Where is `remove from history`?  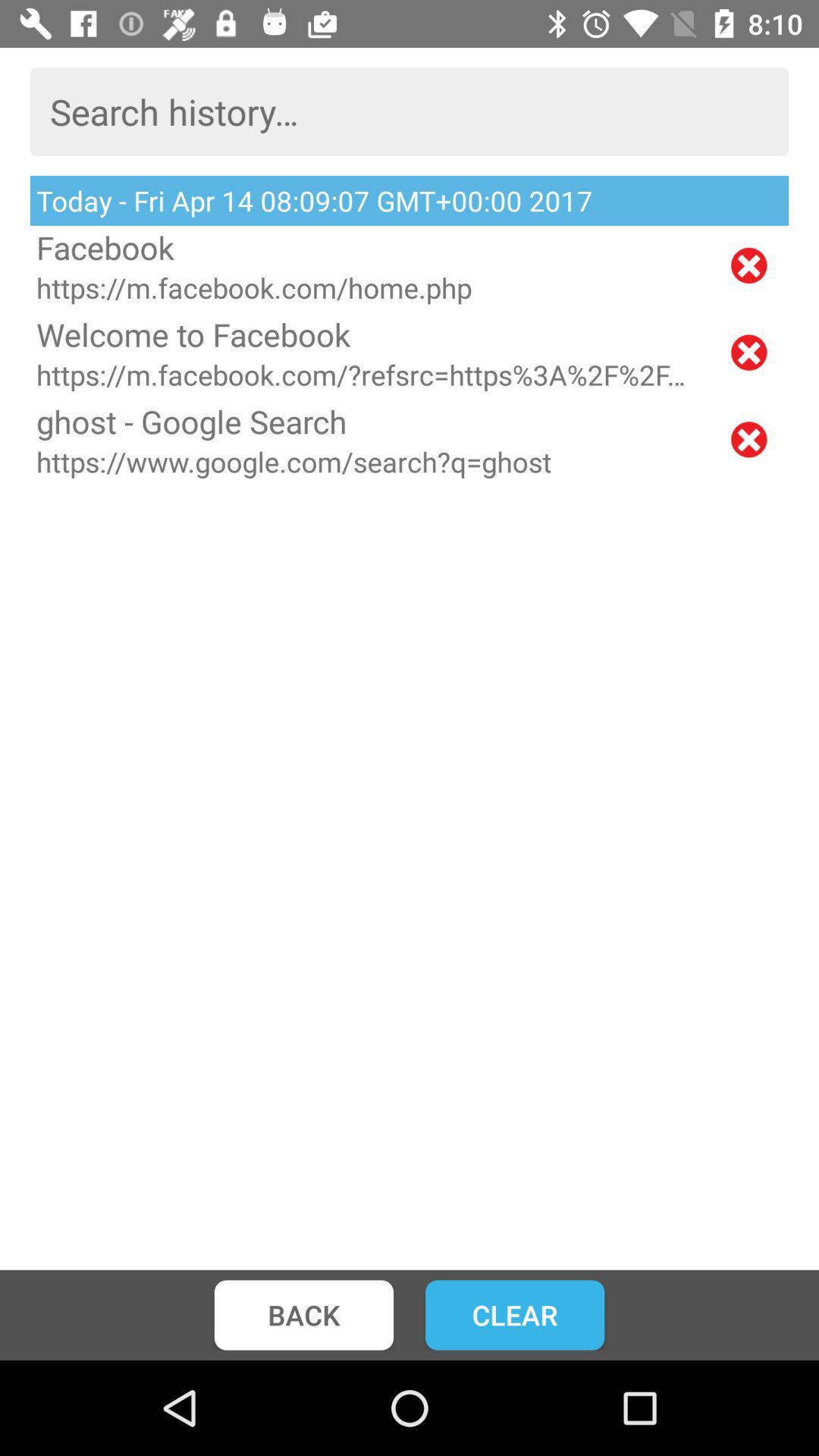
remove from history is located at coordinates (748, 265).